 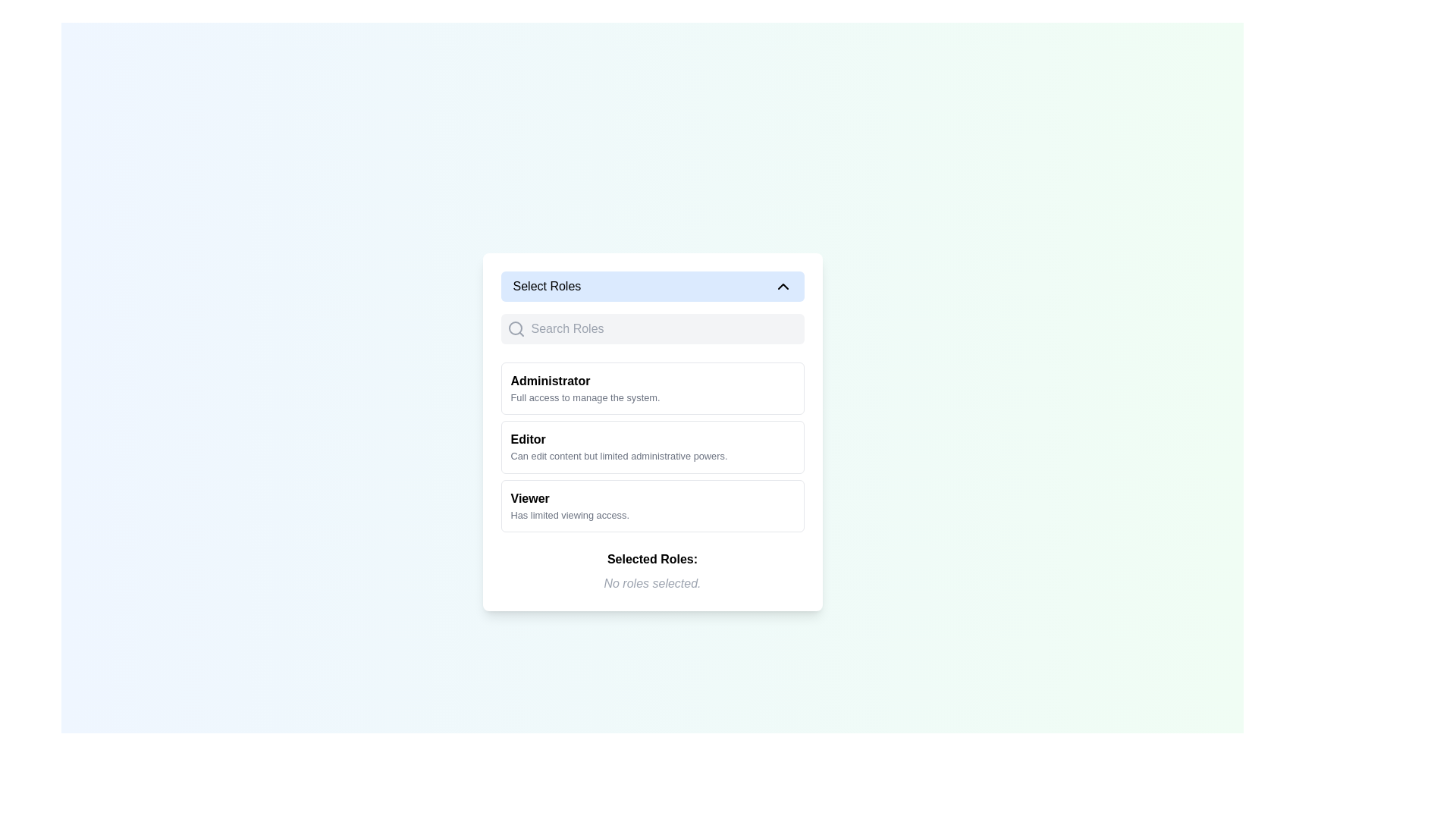 What do you see at coordinates (546, 287) in the screenshot?
I see `the label indicating the action or state of the dropdown menu, which is positioned to the left of the arrow icon in the dropdown header` at bounding box center [546, 287].